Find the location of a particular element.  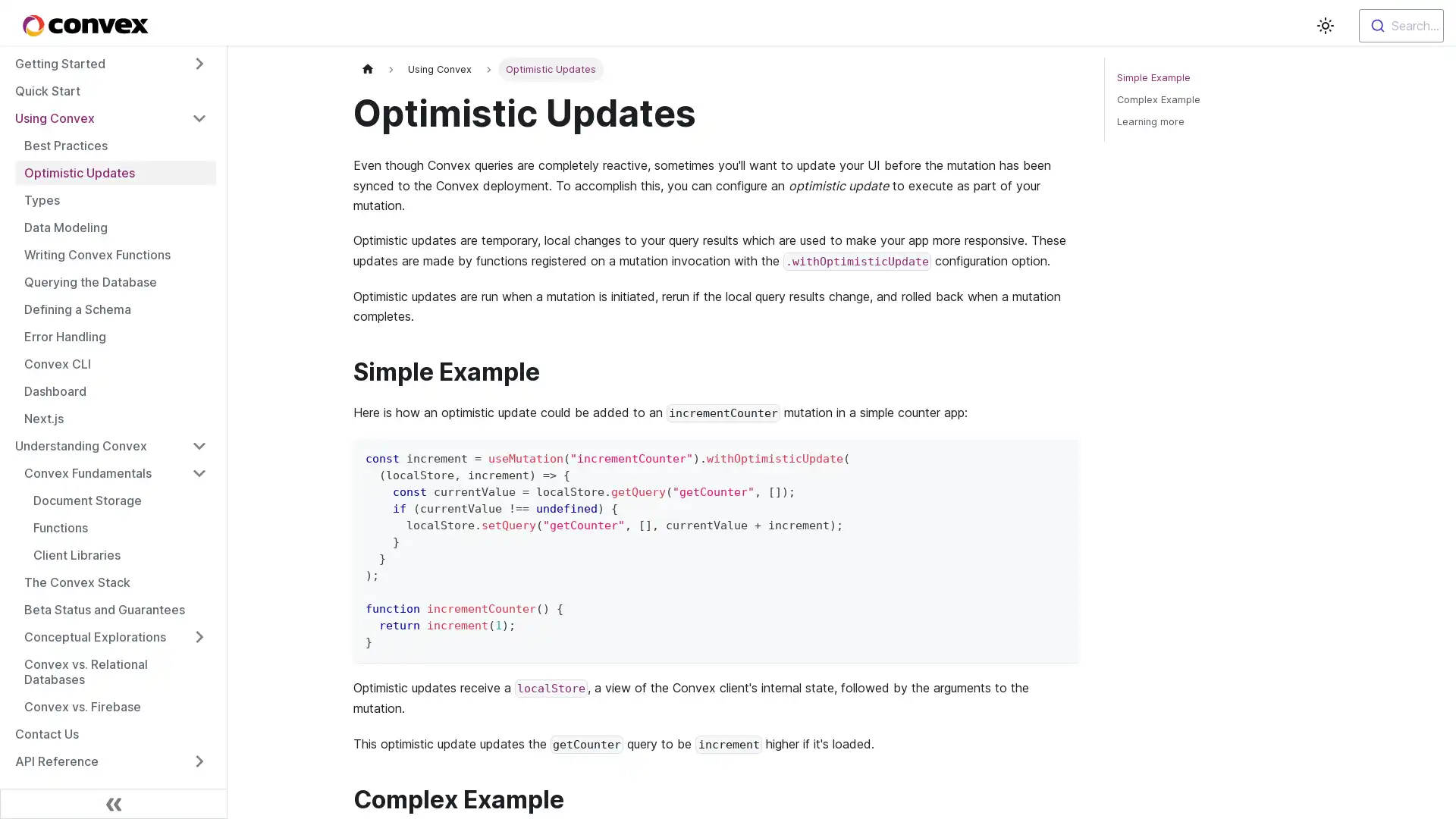

Toggle the collapsible sidebar category 'API Reference' is located at coordinates (199, 761).